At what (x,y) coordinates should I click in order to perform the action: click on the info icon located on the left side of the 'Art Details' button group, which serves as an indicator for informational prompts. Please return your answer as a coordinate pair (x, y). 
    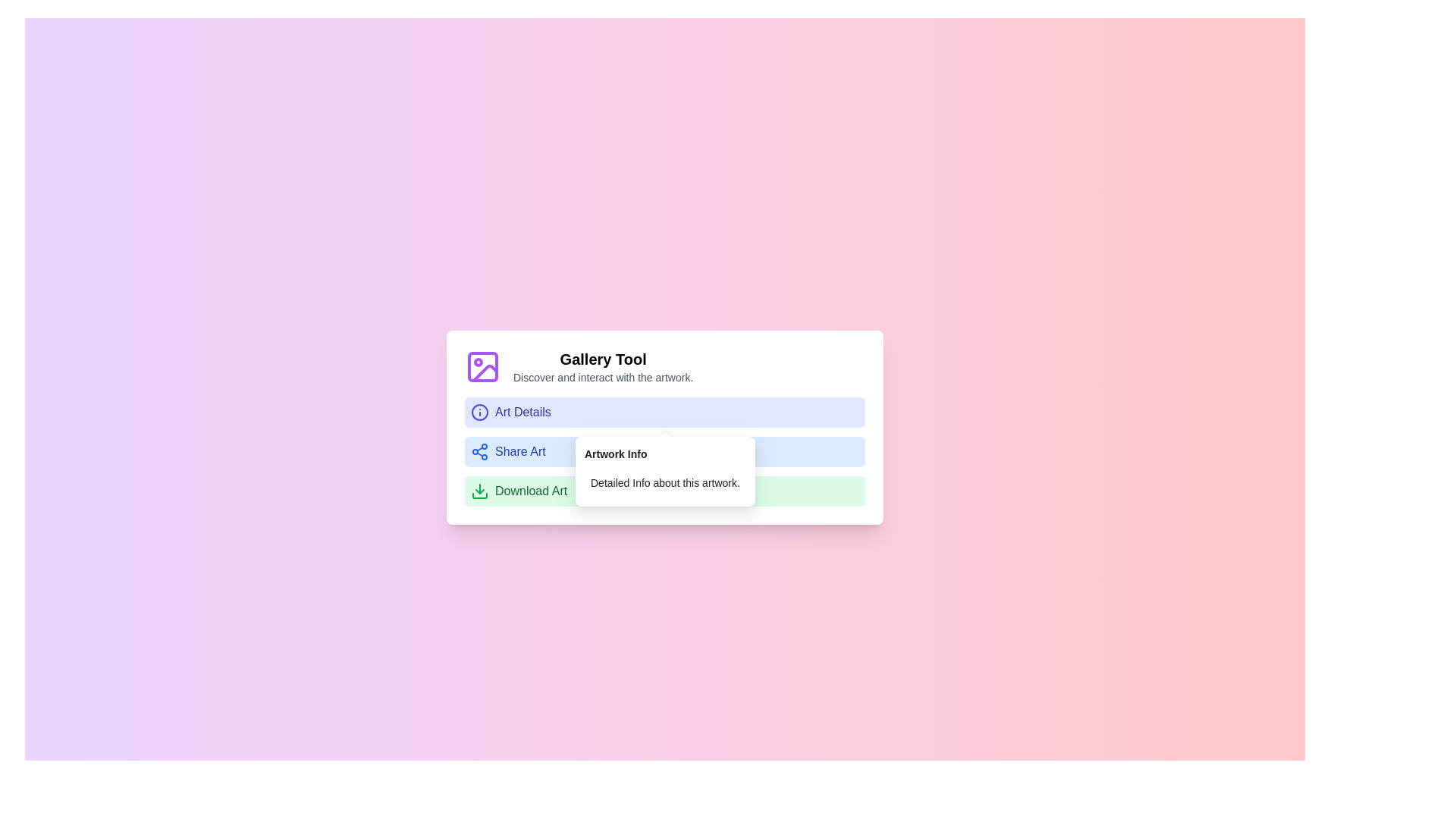
    Looking at the image, I should click on (479, 412).